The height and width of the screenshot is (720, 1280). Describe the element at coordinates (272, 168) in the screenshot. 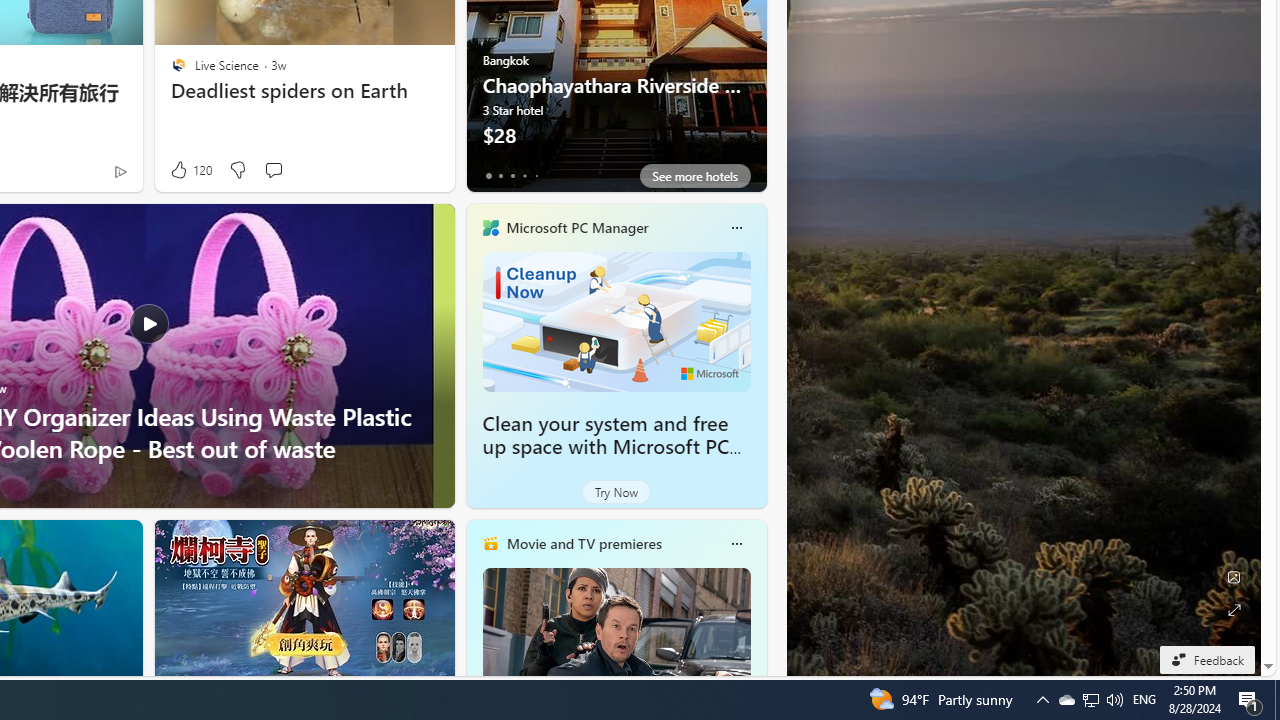

I see `'Start the conversation'` at that location.